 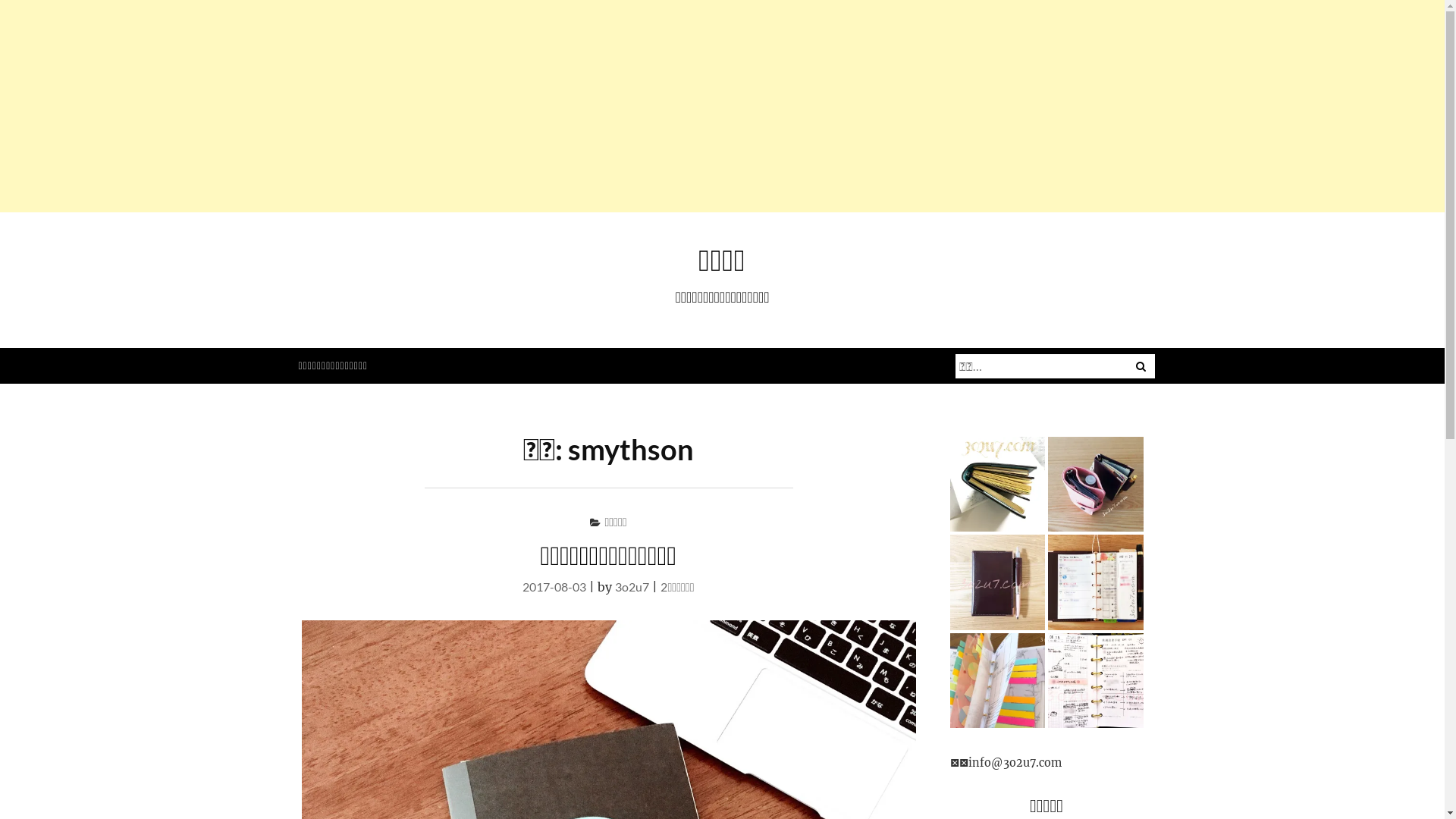 I want to click on '3o2u7', so click(x=615, y=585).